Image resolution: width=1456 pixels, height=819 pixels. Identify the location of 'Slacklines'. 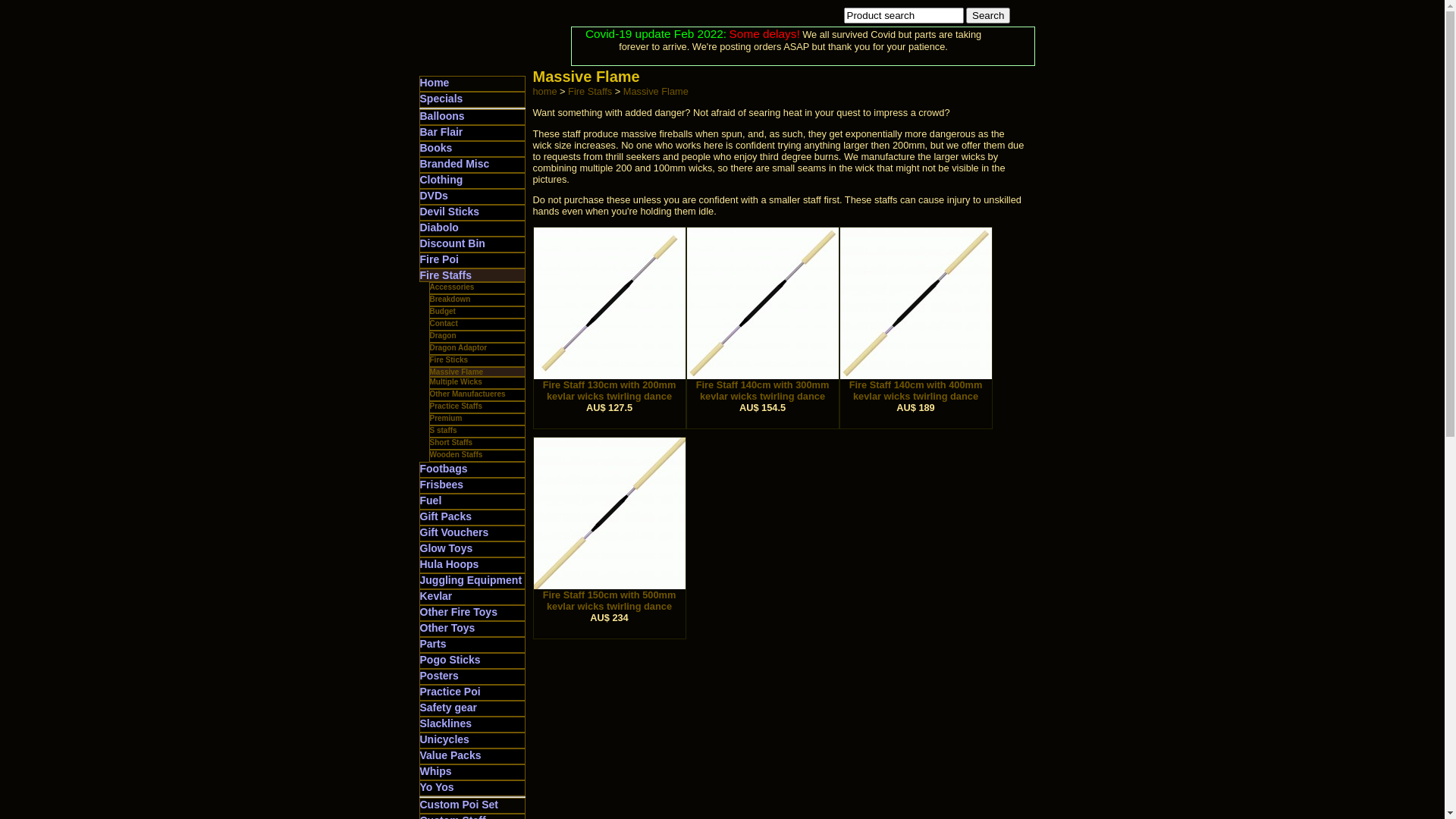
(419, 722).